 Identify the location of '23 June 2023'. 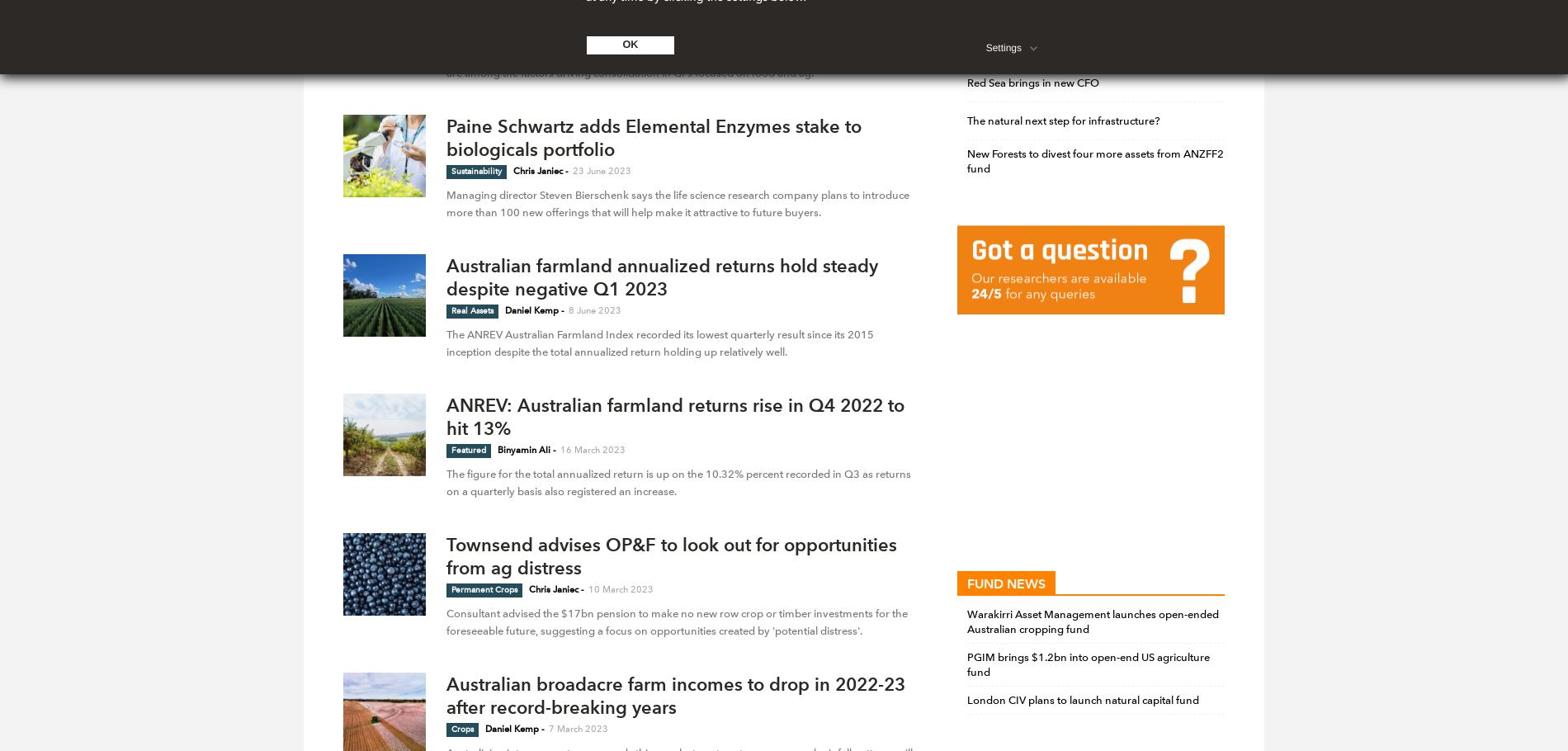
(601, 170).